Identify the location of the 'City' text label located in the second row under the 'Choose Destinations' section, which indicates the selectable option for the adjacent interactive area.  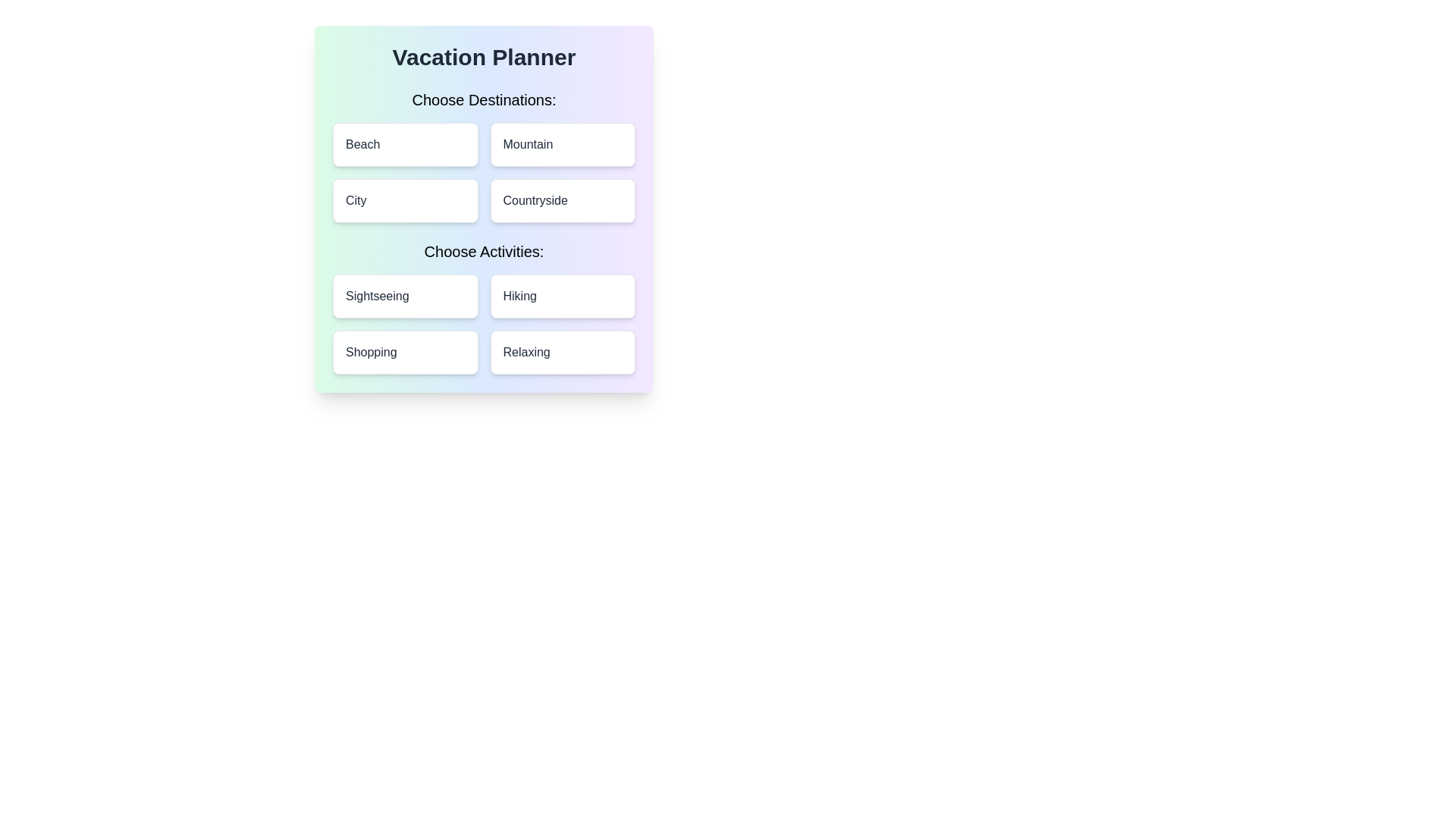
(355, 200).